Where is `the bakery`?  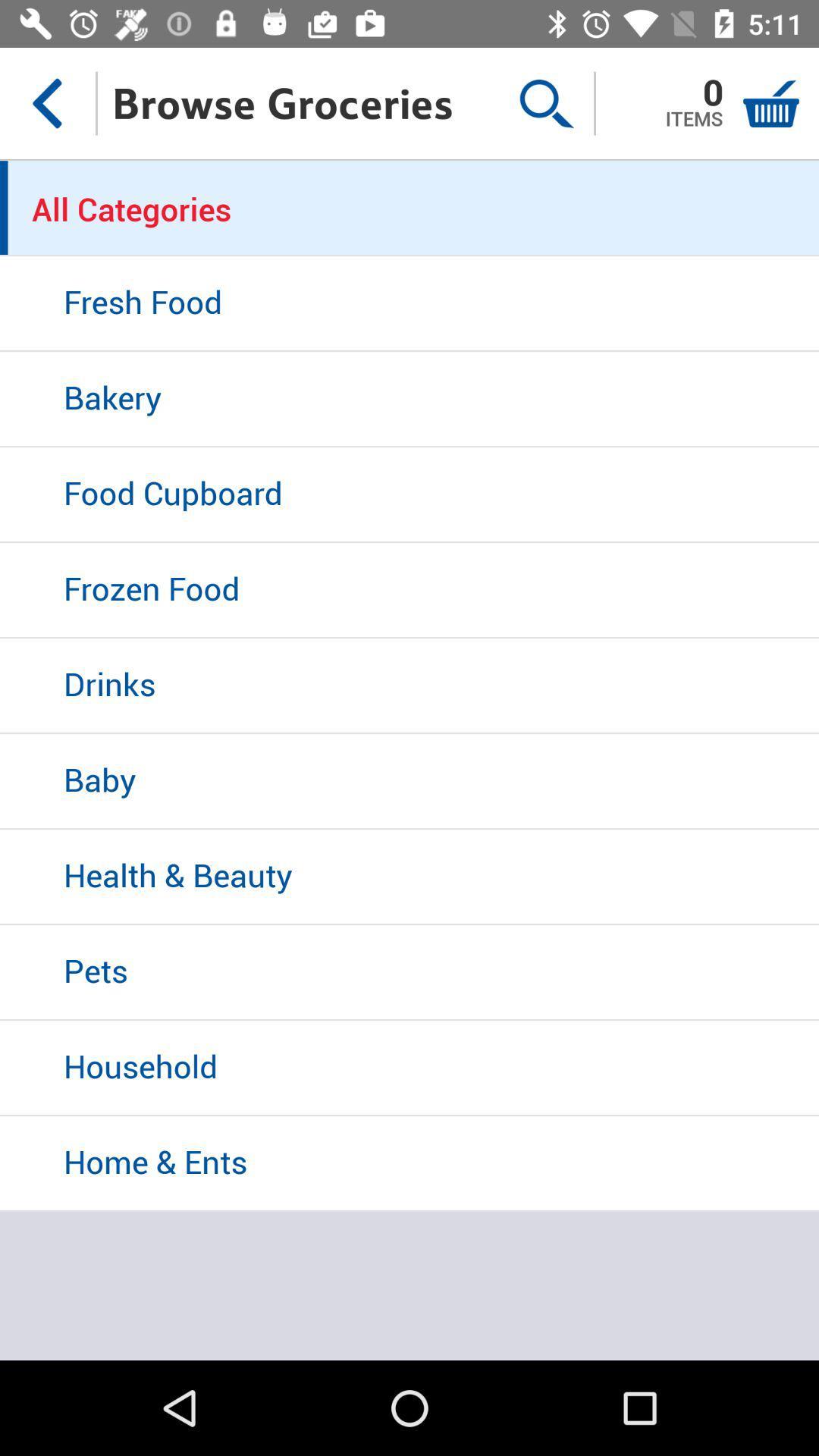
the bakery is located at coordinates (409, 400).